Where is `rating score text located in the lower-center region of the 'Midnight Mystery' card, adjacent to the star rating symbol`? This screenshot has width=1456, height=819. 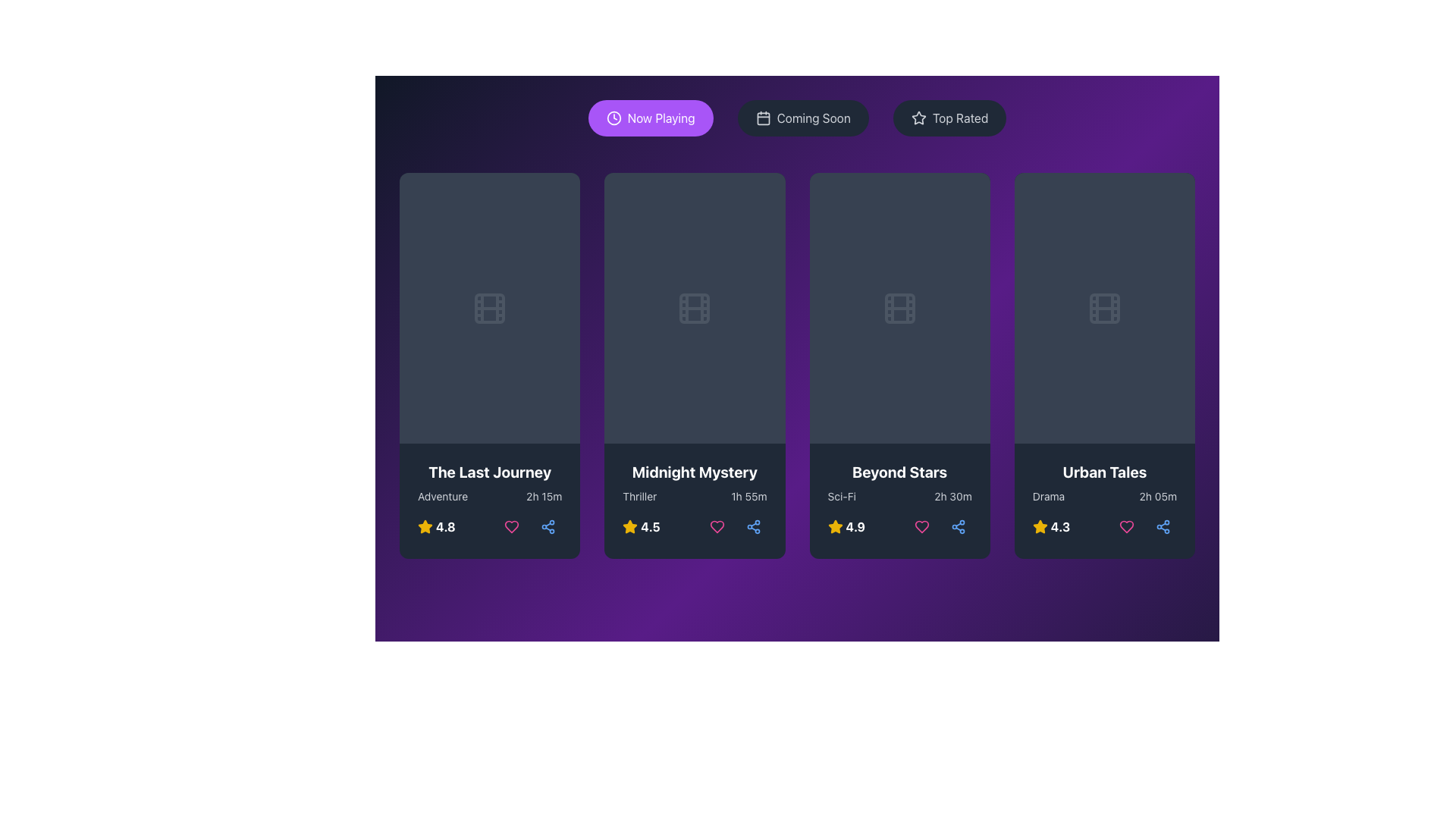 rating score text located in the lower-center region of the 'Midnight Mystery' card, adjacent to the star rating symbol is located at coordinates (641, 526).